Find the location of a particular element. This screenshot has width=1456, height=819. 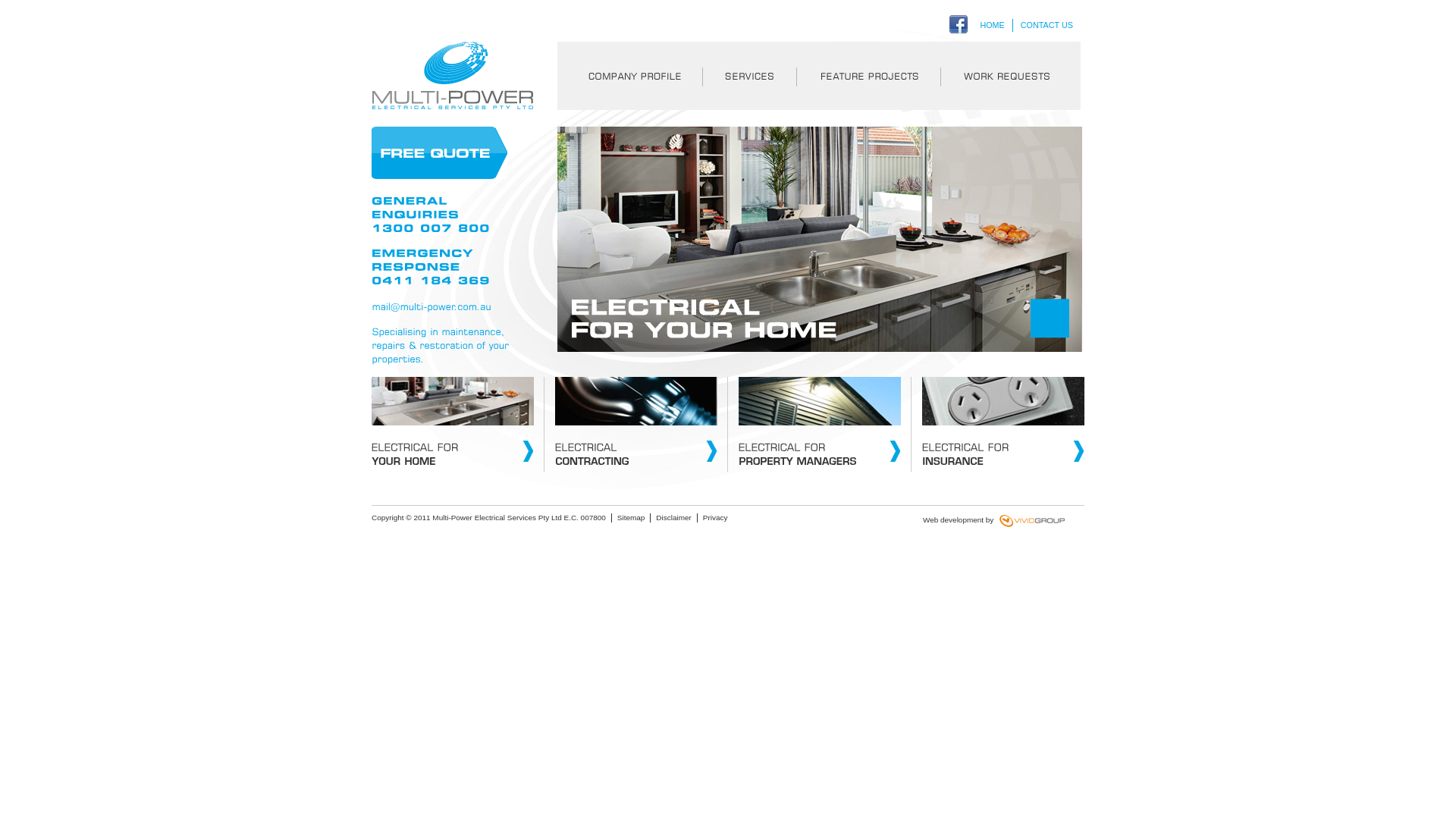

'Disclaimer' is located at coordinates (655, 516).